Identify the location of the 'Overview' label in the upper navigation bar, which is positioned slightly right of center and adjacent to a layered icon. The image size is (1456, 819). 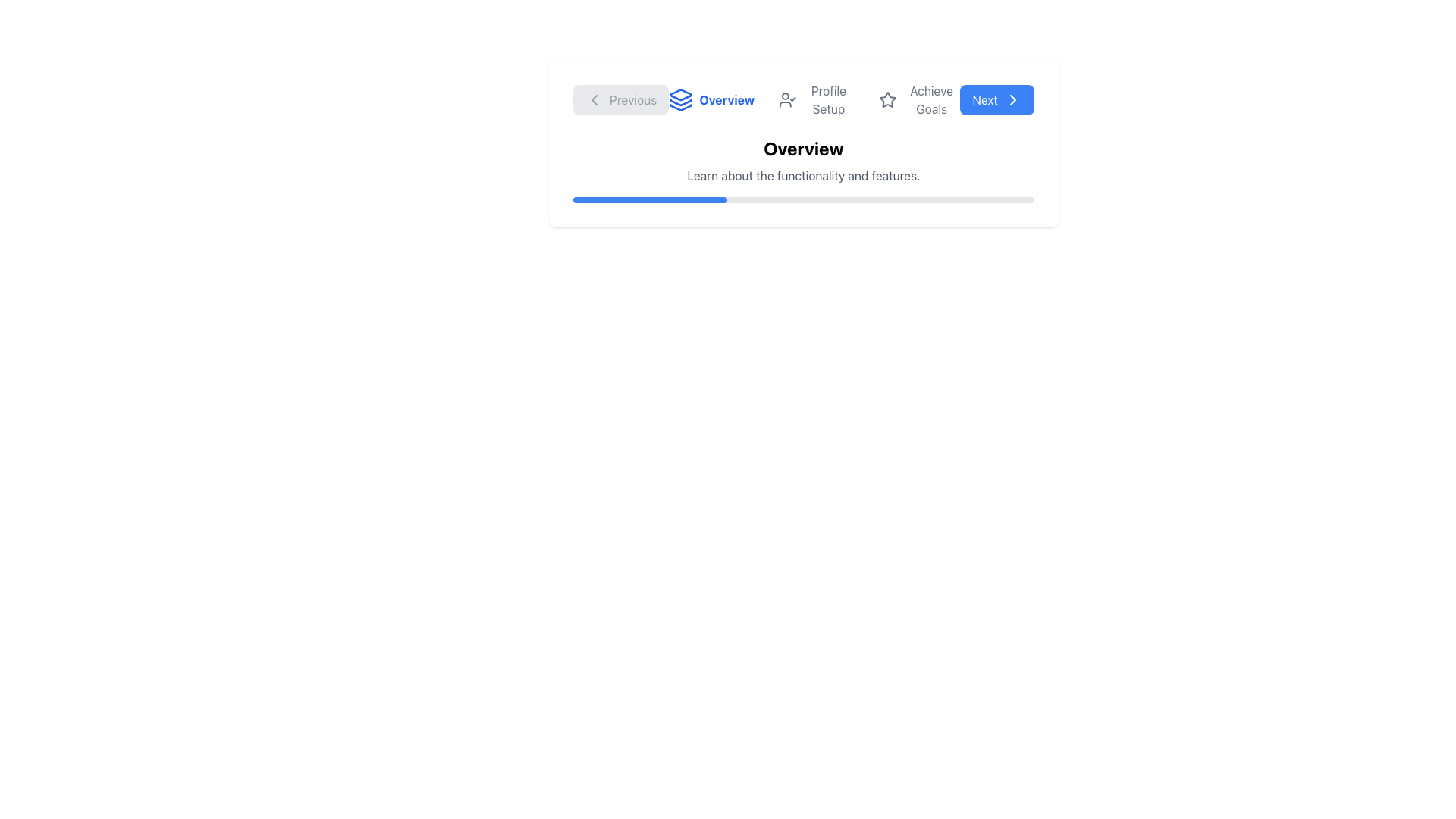
(726, 99).